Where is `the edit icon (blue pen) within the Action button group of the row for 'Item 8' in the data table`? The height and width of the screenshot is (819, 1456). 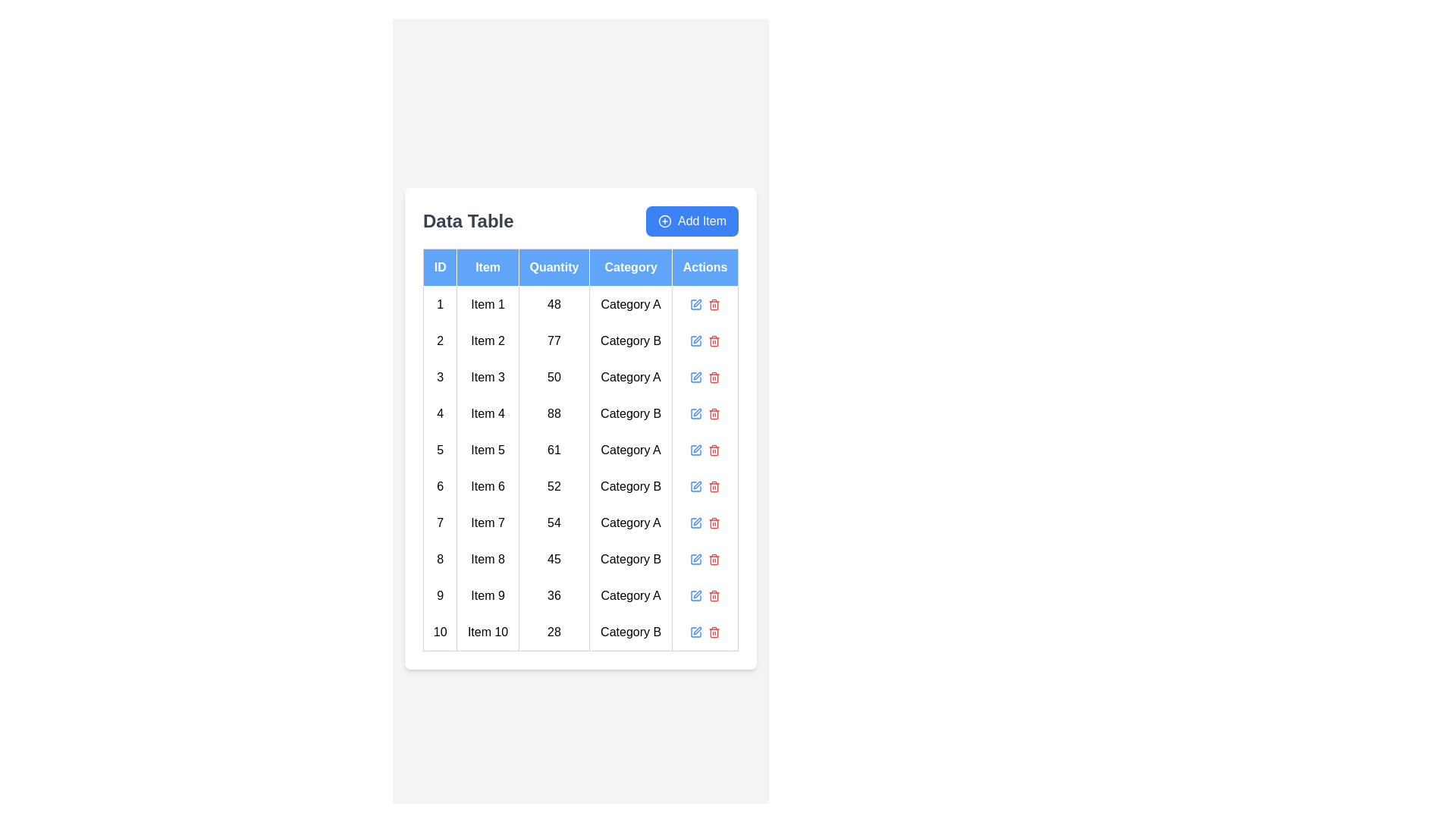 the edit icon (blue pen) within the Action button group of the row for 'Item 8' in the data table is located at coordinates (704, 559).